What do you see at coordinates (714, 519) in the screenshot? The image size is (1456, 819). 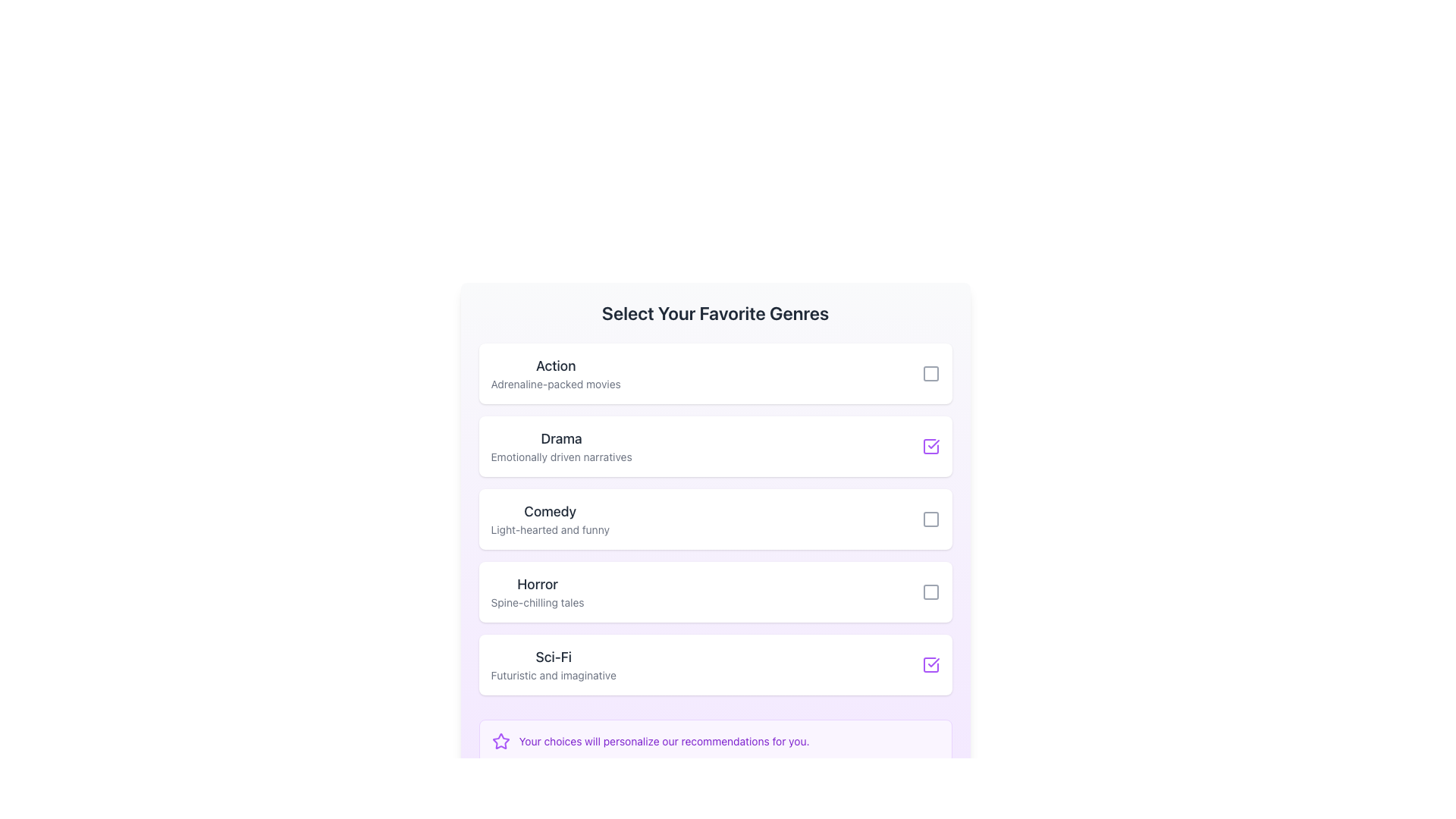 I see `the third genre selection item from the list located in the middle of the page` at bounding box center [714, 519].